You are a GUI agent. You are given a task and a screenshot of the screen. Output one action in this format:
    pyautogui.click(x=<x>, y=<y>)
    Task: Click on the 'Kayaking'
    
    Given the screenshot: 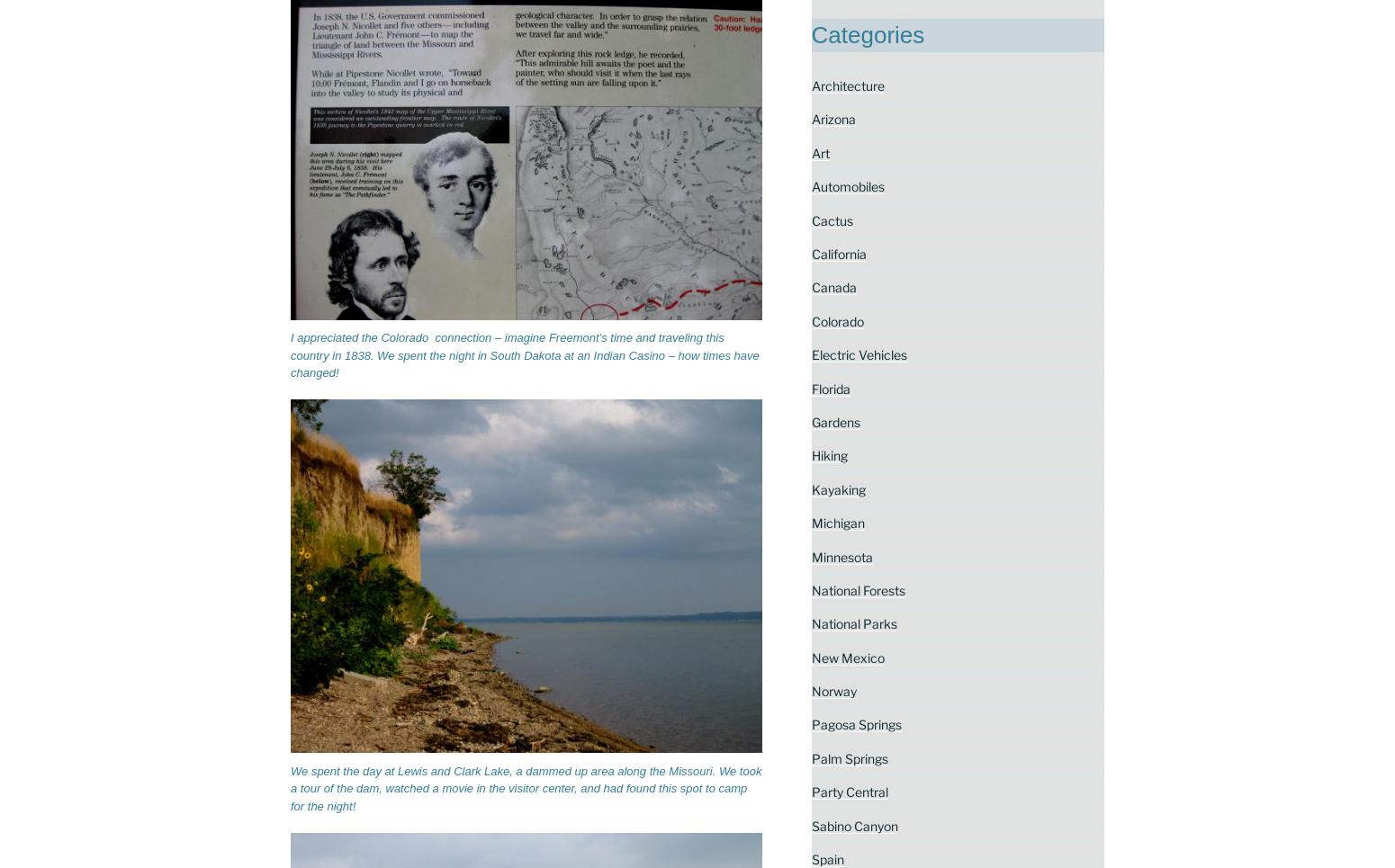 What is the action you would take?
    pyautogui.click(x=811, y=488)
    